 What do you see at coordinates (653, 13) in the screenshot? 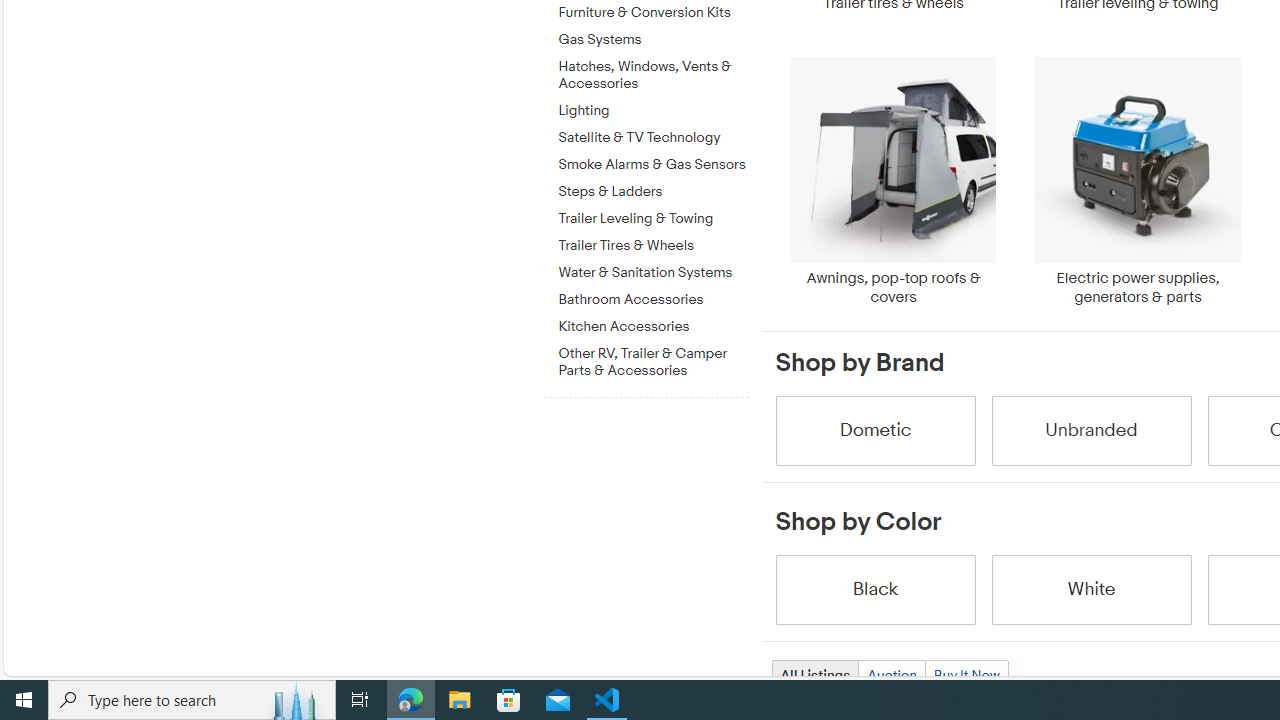
I see `'Furniture & Conversion Kits'` at bounding box center [653, 13].